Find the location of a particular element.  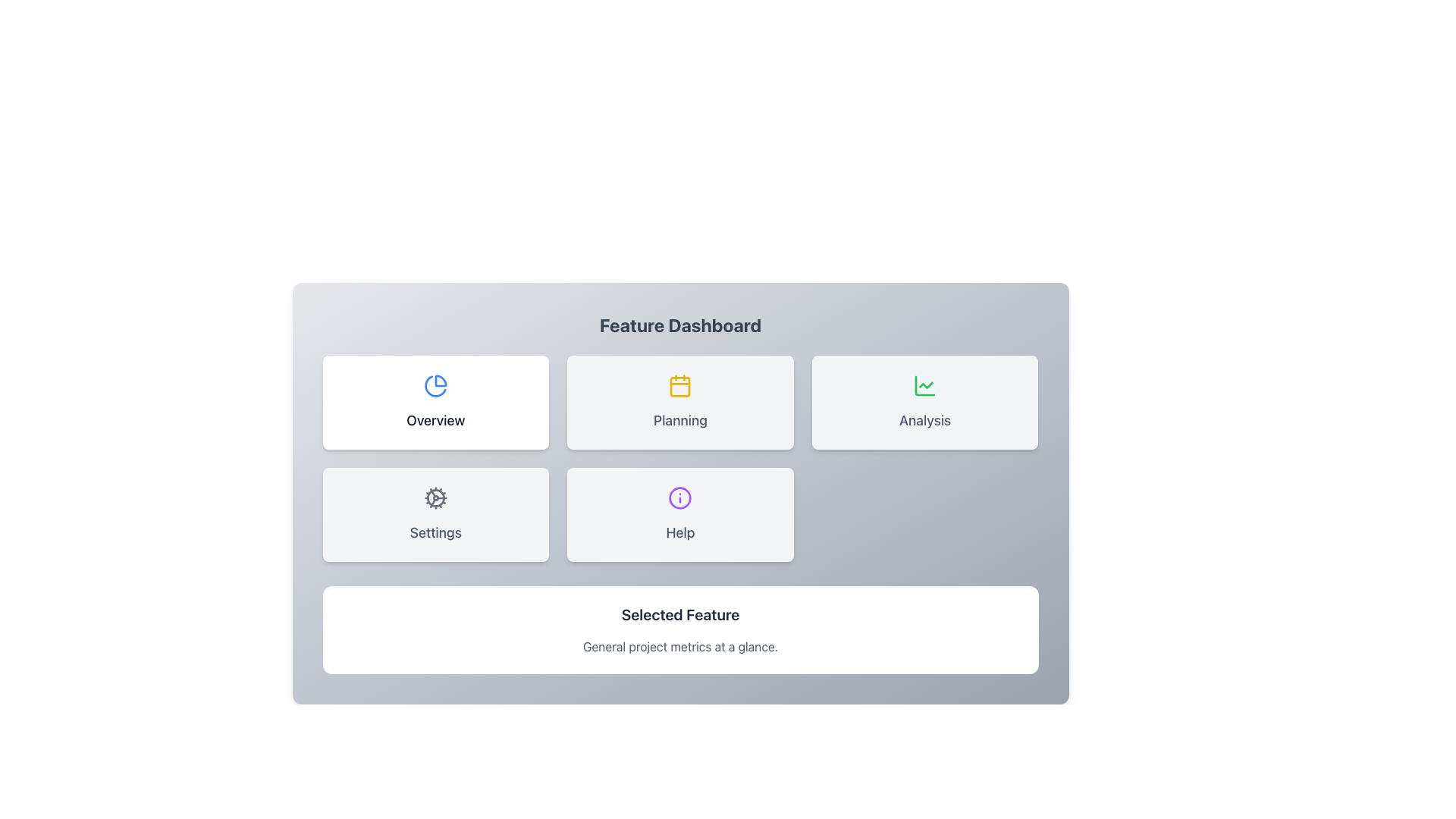

the vibrant purple decorative icon with a hollow circular outline, located in the 'Help' interactive box towards the bottom-middle section of the interface is located at coordinates (679, 497).